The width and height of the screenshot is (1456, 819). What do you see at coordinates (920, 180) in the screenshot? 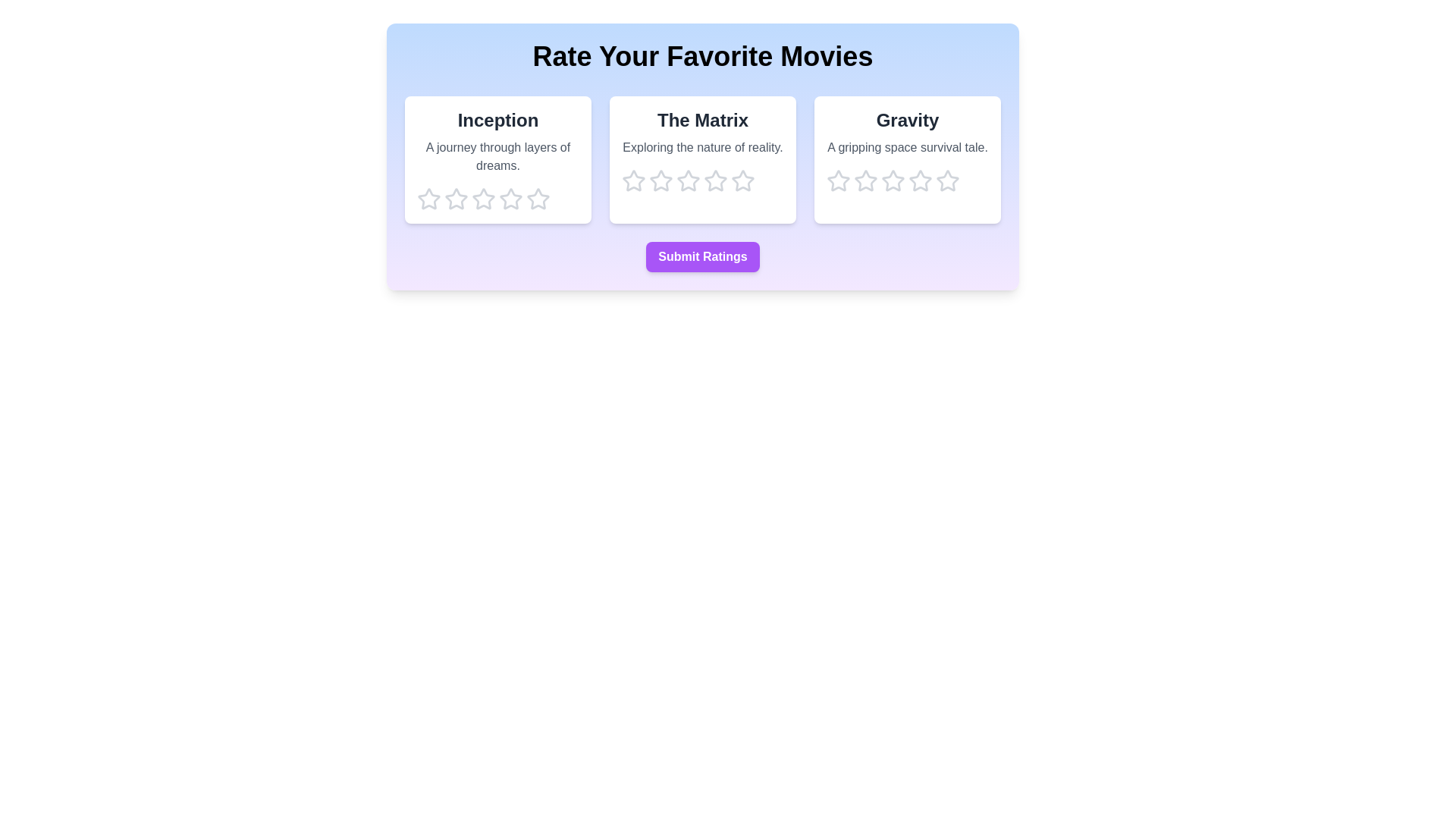
I see `the star corresponding to 4 for the movie Gravity` at bounding box center [920, 180].